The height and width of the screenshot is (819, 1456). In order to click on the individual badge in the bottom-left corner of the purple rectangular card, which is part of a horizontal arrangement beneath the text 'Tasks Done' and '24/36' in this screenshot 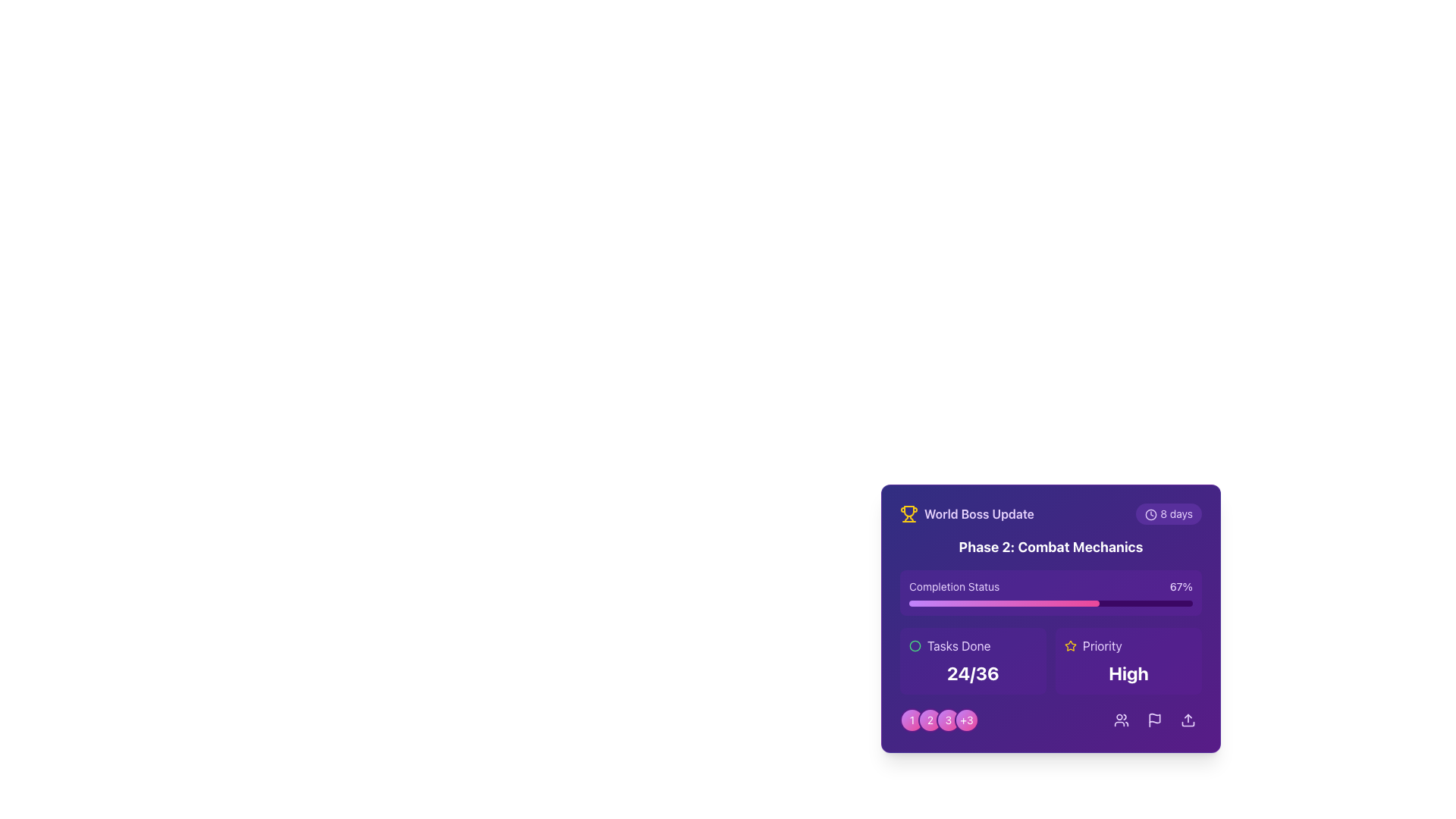, I will do `click(938, 719)`.